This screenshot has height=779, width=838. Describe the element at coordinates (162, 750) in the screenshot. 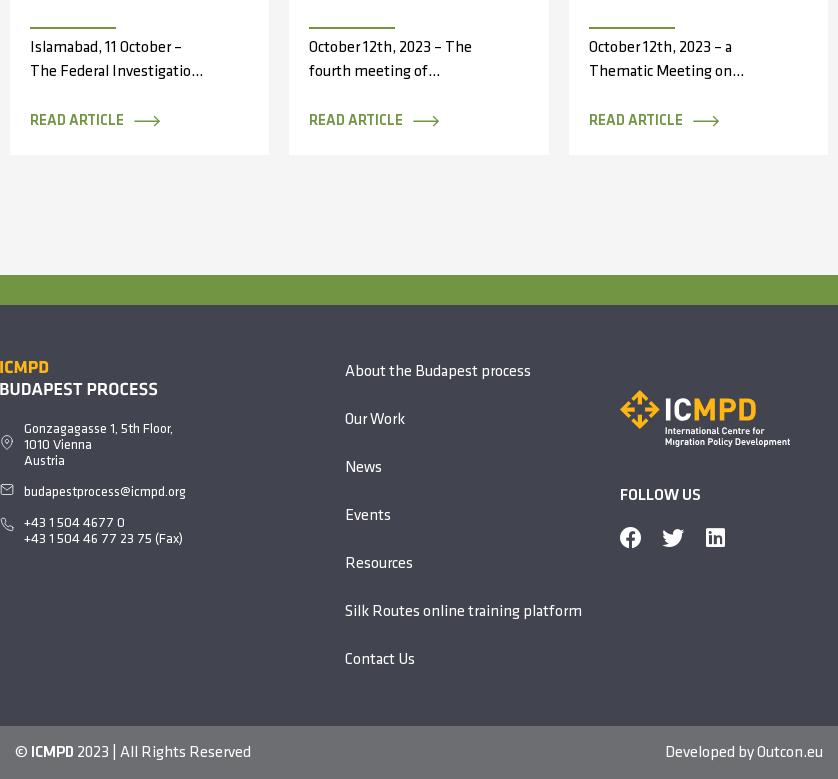

I see `'2023 | All Rights Reserved'` at that location.